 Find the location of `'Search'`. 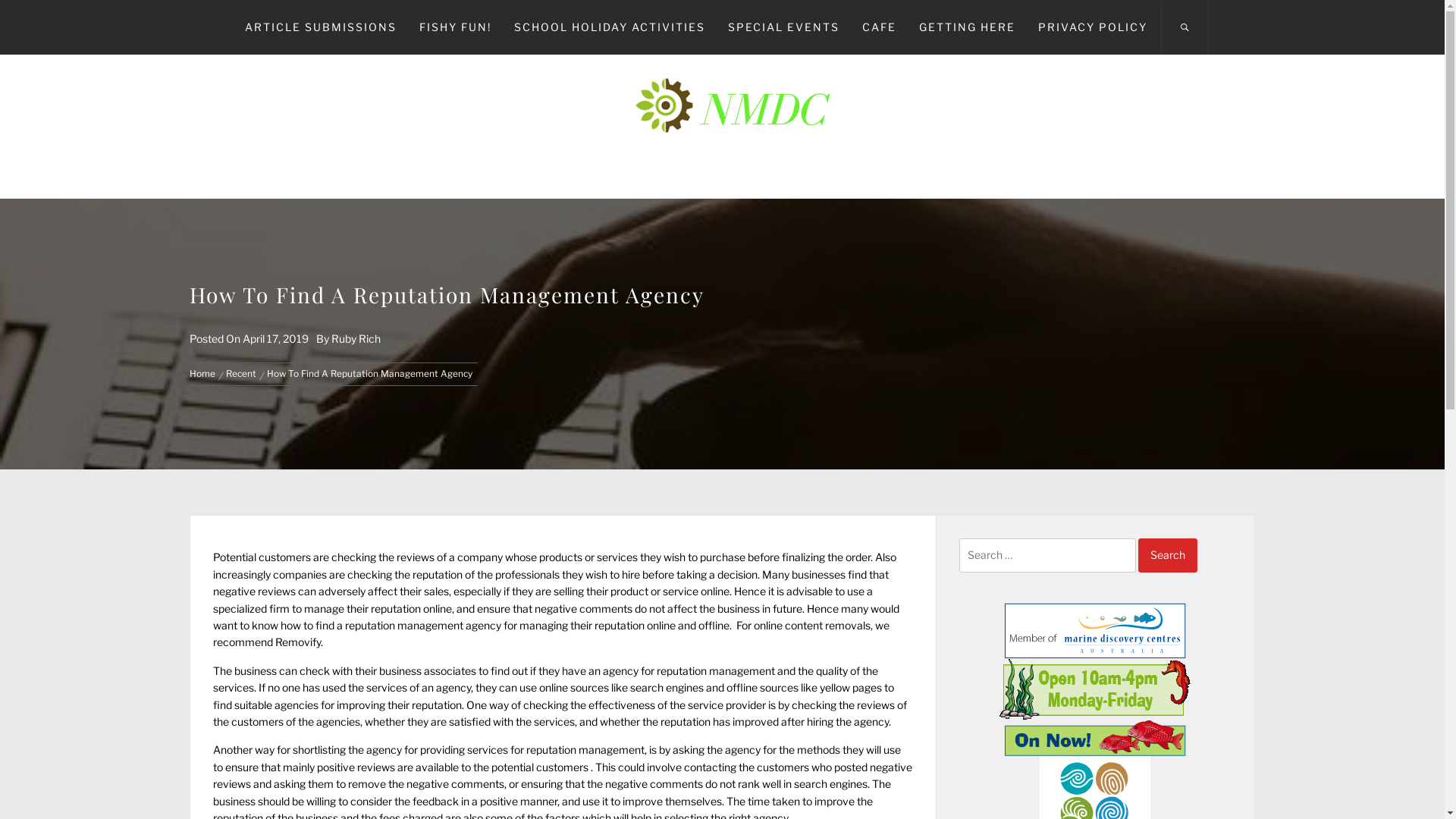

'Search' is located at coordinates (796, 406).